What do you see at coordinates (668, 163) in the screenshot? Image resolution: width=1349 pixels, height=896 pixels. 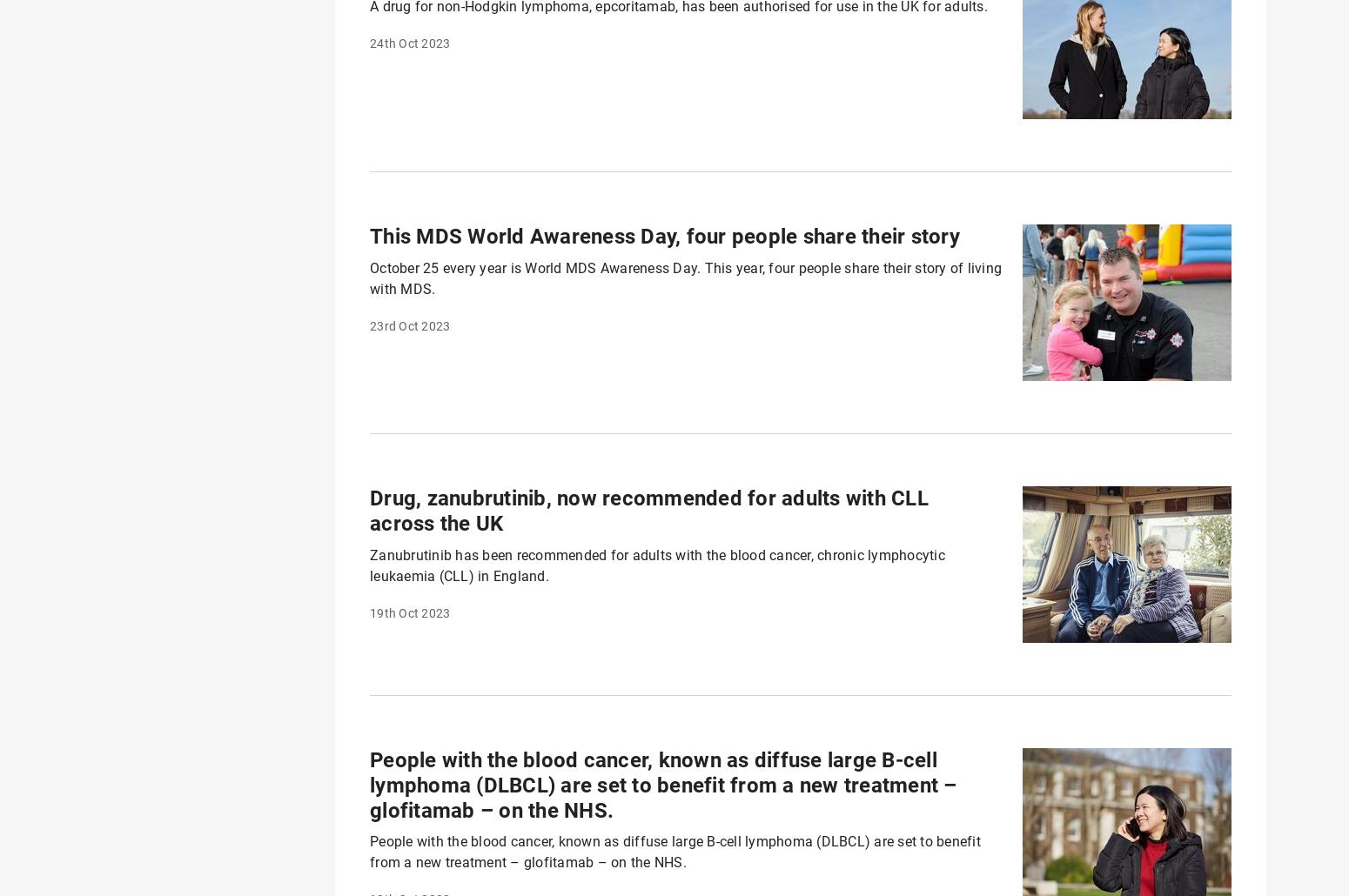 I see `'Today, the UK's National Cancer Research Institute announced it is winding down. Launched in 2001, only last year, the organisation consulted widely to produce a new strategy. Now board members have made the decision to wind down the Institute.'` at bounding box center [668, 163].